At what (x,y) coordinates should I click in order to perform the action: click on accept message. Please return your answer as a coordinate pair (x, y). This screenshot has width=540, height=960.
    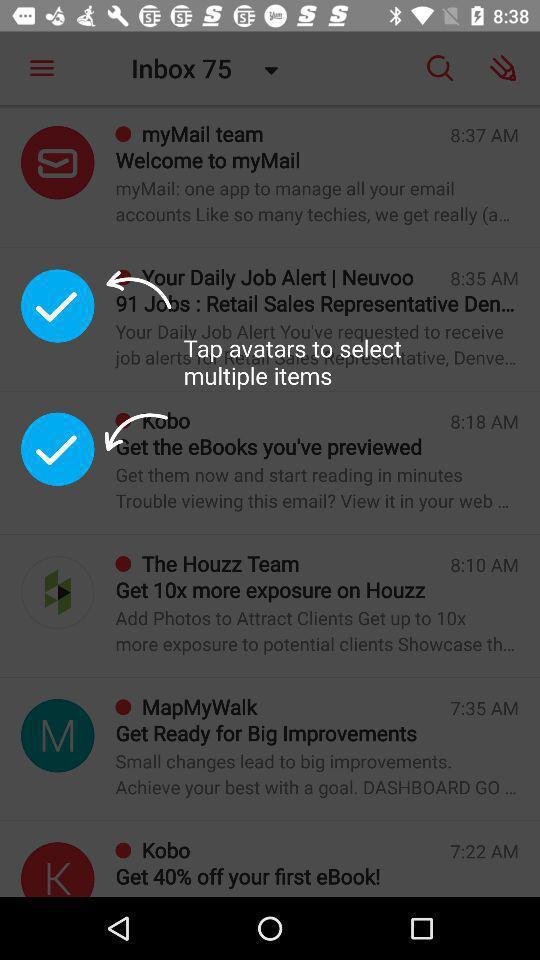
    Looking at the image, I should click on (57, 449).